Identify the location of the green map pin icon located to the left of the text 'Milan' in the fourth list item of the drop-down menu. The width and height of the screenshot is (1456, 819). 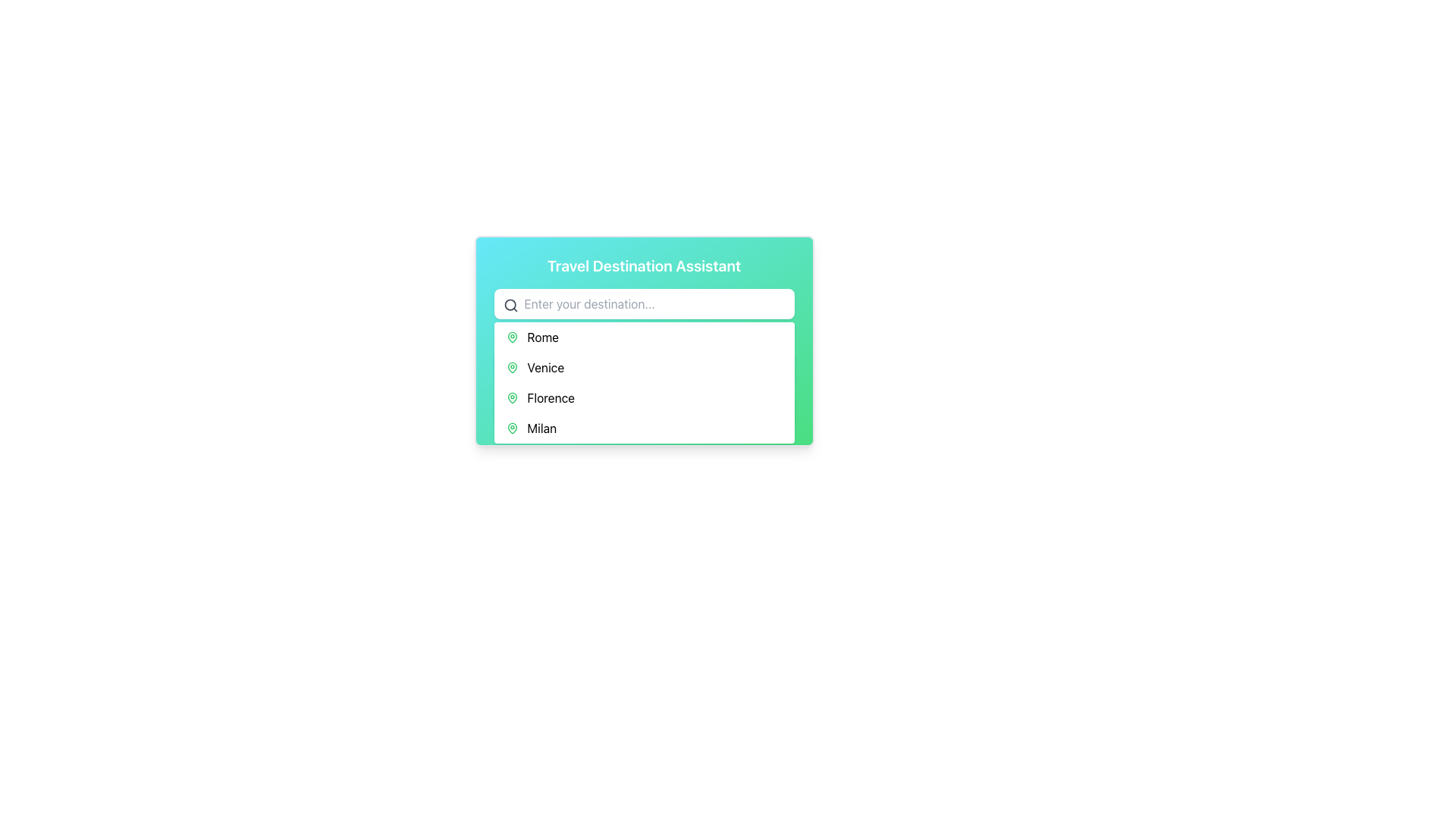
(512, 428).